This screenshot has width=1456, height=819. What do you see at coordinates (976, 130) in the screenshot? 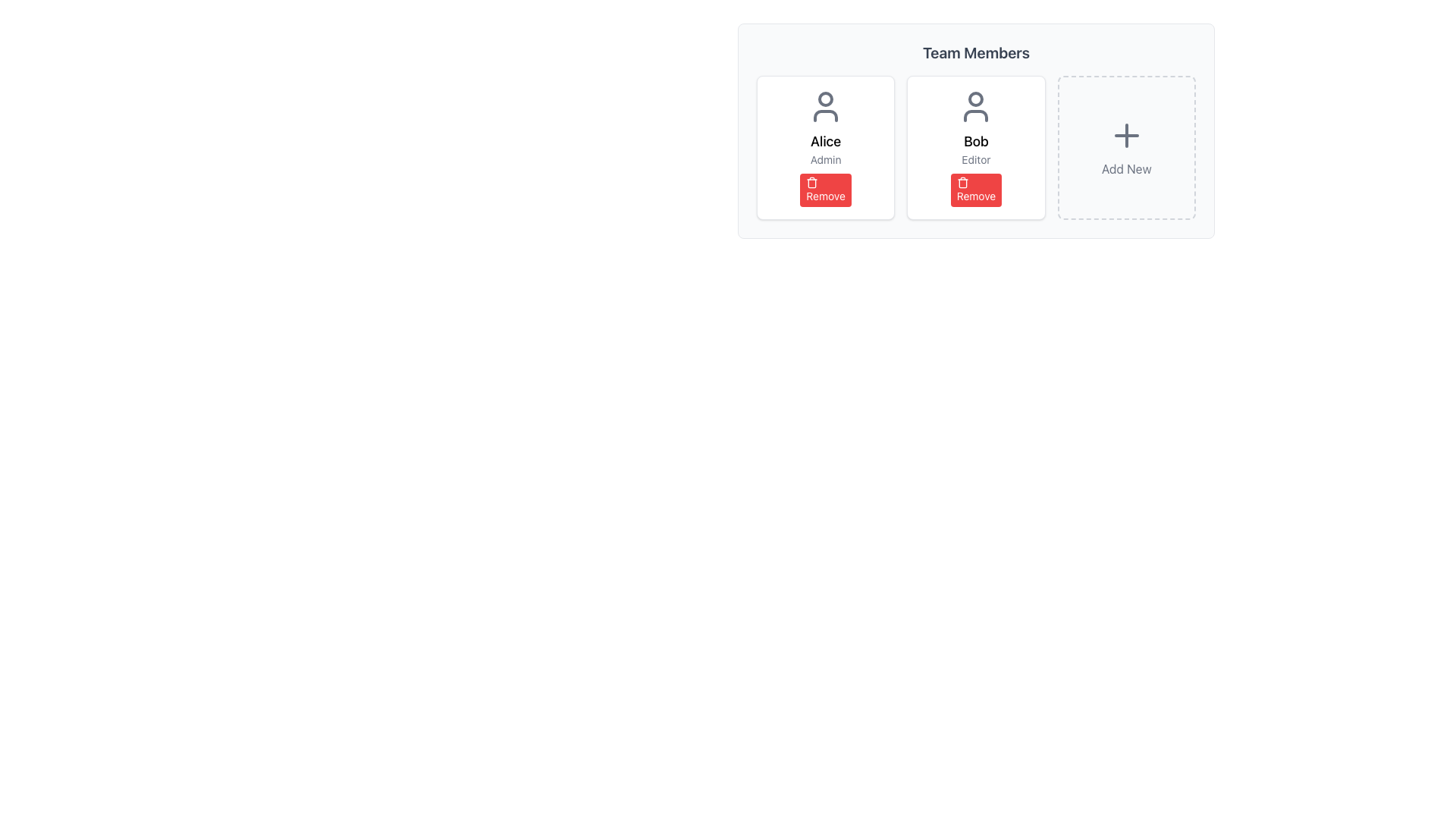
I see `details of the team member 'Bob' on the card located in the middle of the 'Team Members' section` at bounding box center [976, 130].